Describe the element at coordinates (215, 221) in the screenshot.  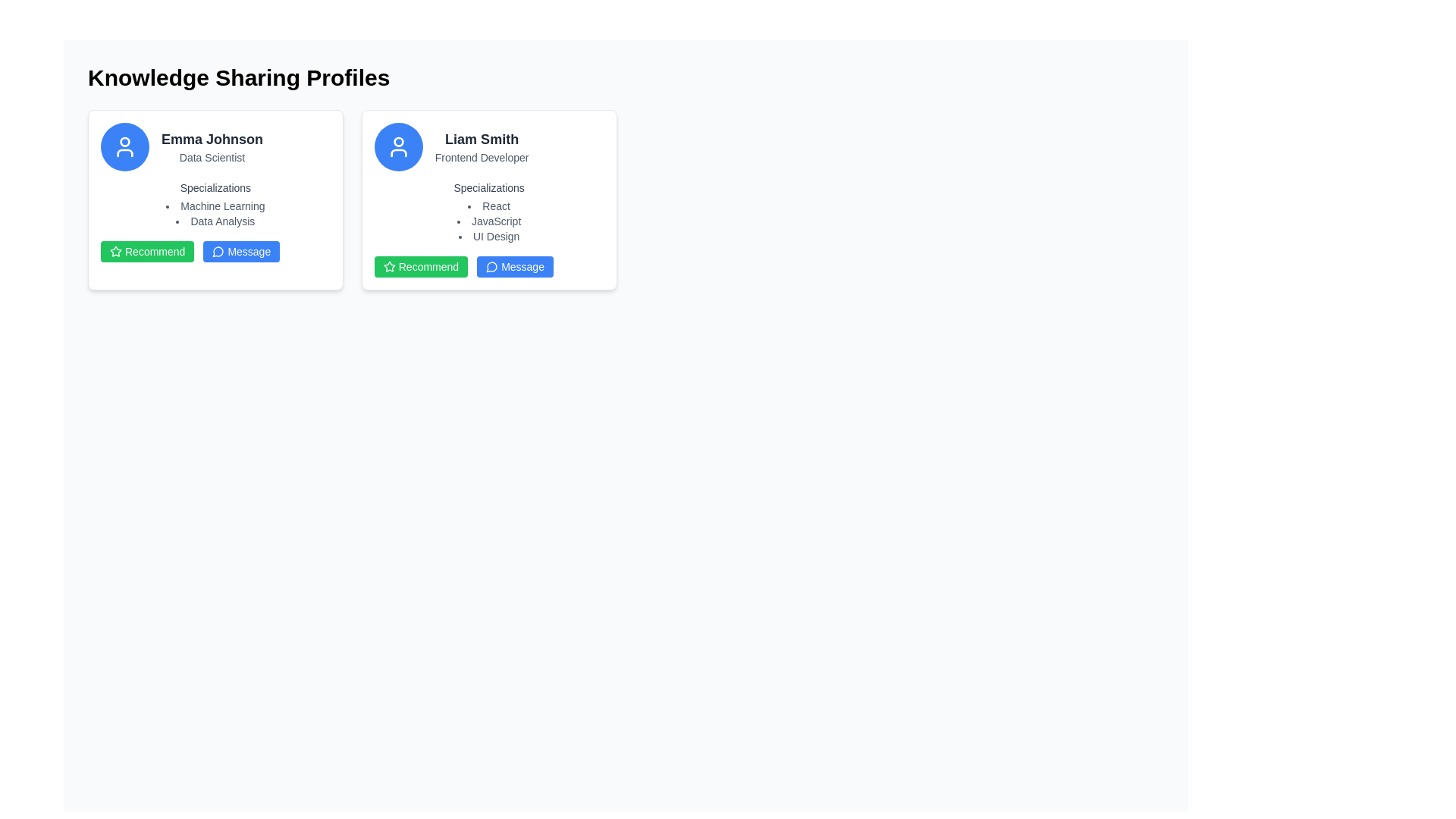
I see `the text label indicating one of Emma Johnson's specializations in the bulleted list under the 'Knowledge Sharing Profiles' header` at that location.